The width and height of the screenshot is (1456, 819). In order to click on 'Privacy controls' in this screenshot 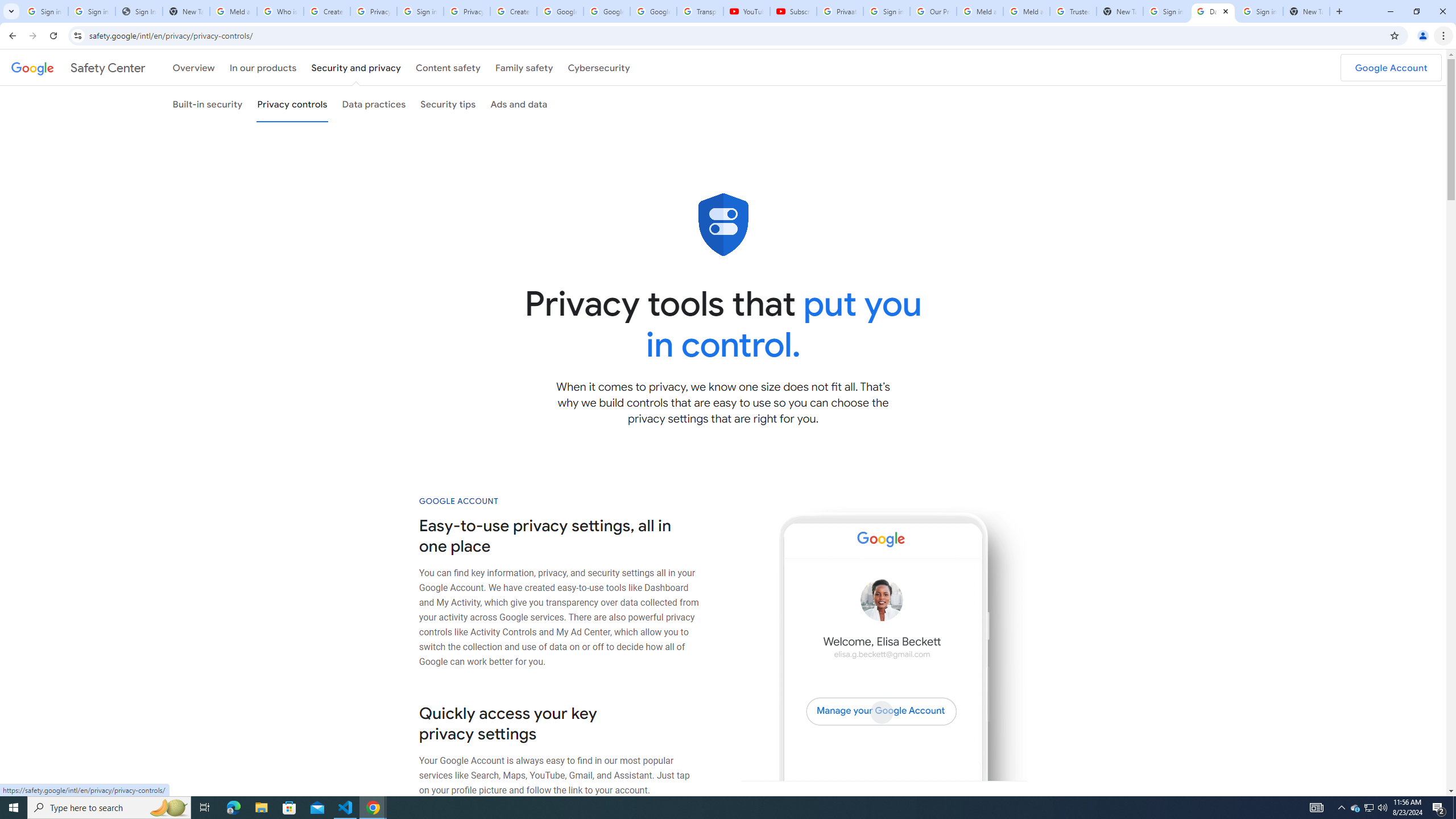, I will do `click(292, 103)`.